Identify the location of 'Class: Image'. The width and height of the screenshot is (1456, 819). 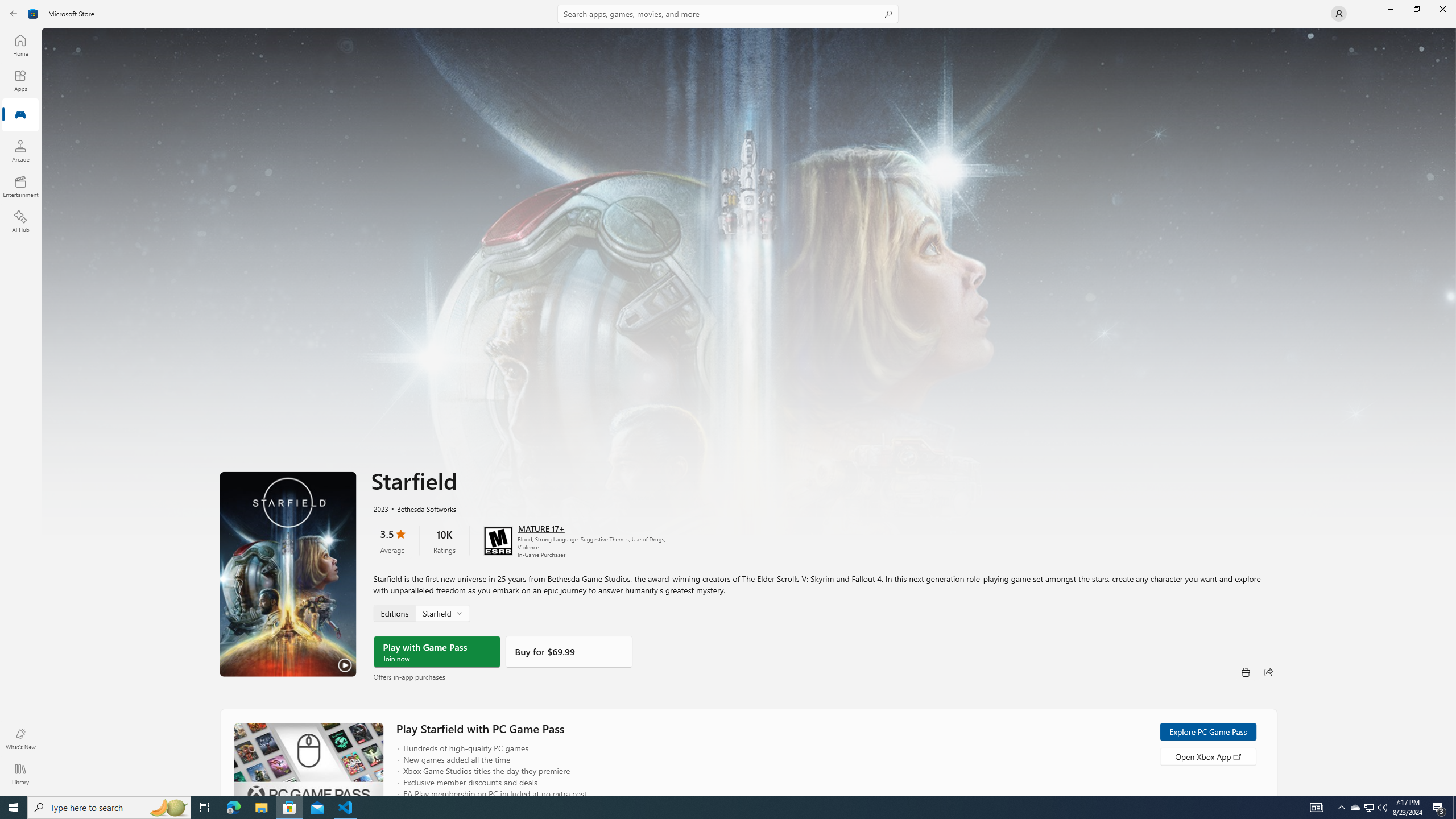
(32, 13).